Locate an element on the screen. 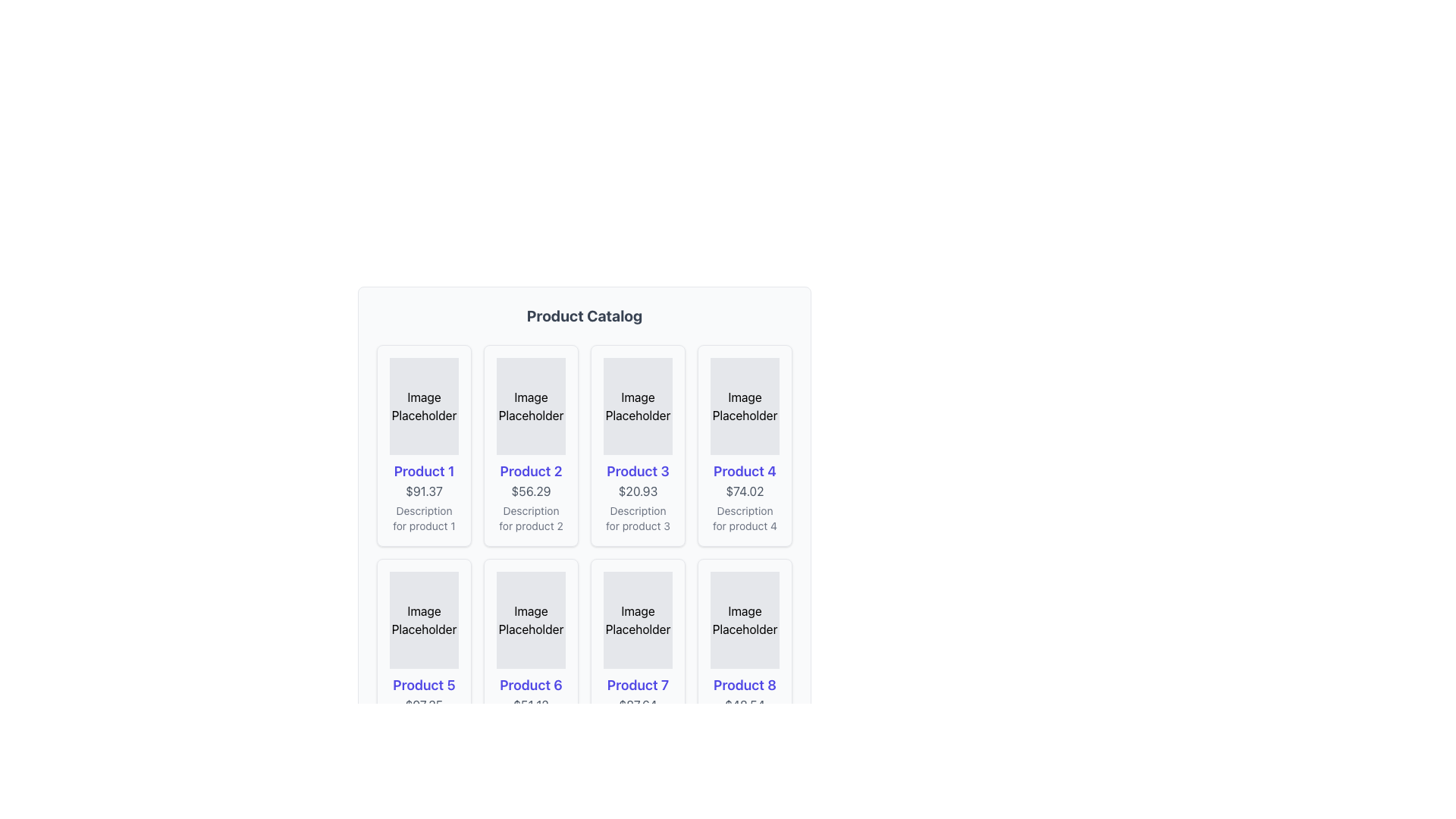 The height and width of the screenshot is (819, 1456). the text element displaying the price '$74.02' in gray color, located under 'Product 4' and above 'Description for product 4' in the fourth card of the grid layout is located at coordinates (745, 491).